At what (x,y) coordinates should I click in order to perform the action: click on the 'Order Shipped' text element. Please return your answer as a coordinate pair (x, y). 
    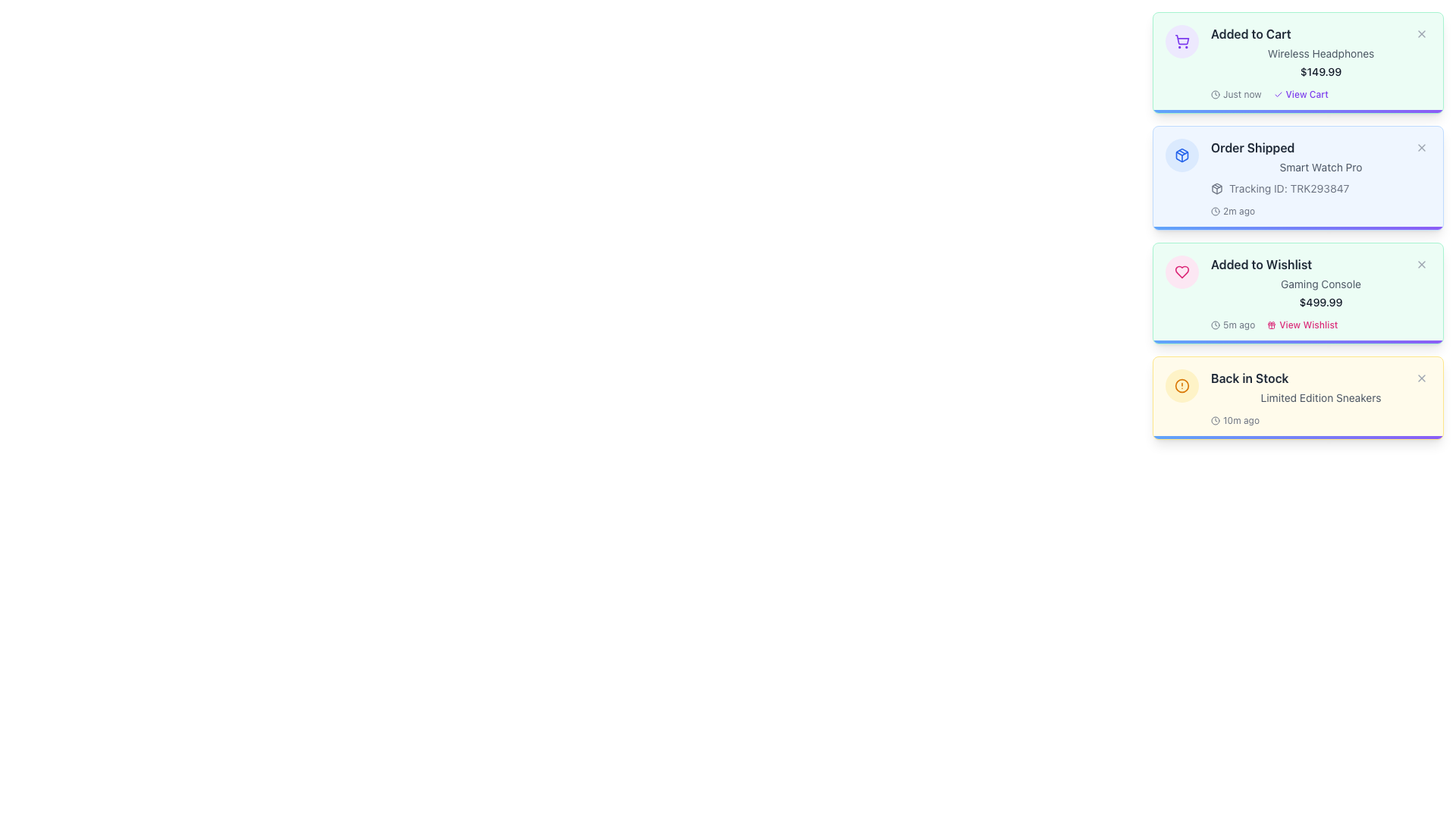
    Looking at the image, I should click on (1253, 148).